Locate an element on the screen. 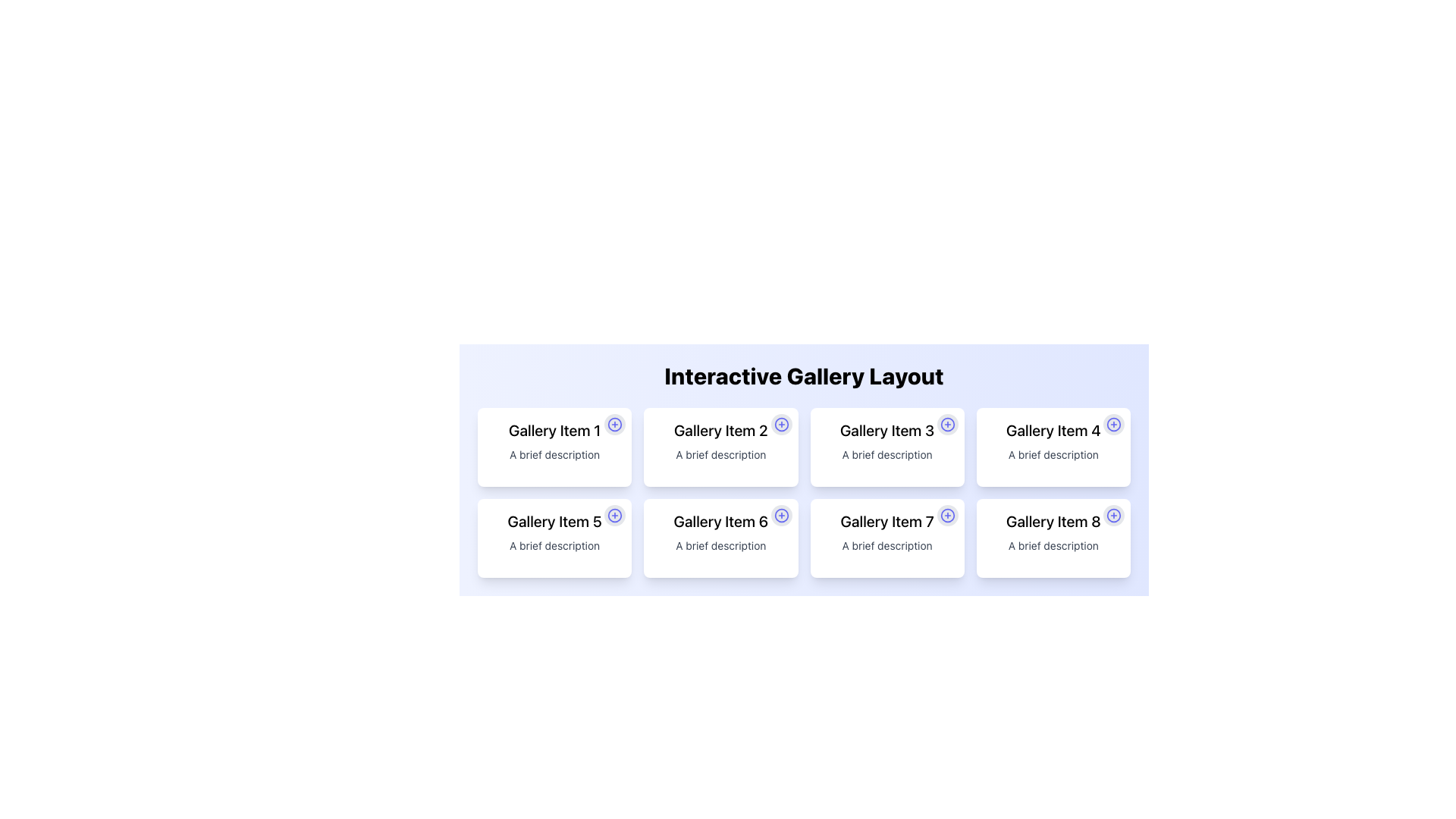 The image size is (1456, 819). the static text label that serves as the title for the fifth item in a 2x4 grid of cards, located in the second row, first column is located at coordinates (554, 520).